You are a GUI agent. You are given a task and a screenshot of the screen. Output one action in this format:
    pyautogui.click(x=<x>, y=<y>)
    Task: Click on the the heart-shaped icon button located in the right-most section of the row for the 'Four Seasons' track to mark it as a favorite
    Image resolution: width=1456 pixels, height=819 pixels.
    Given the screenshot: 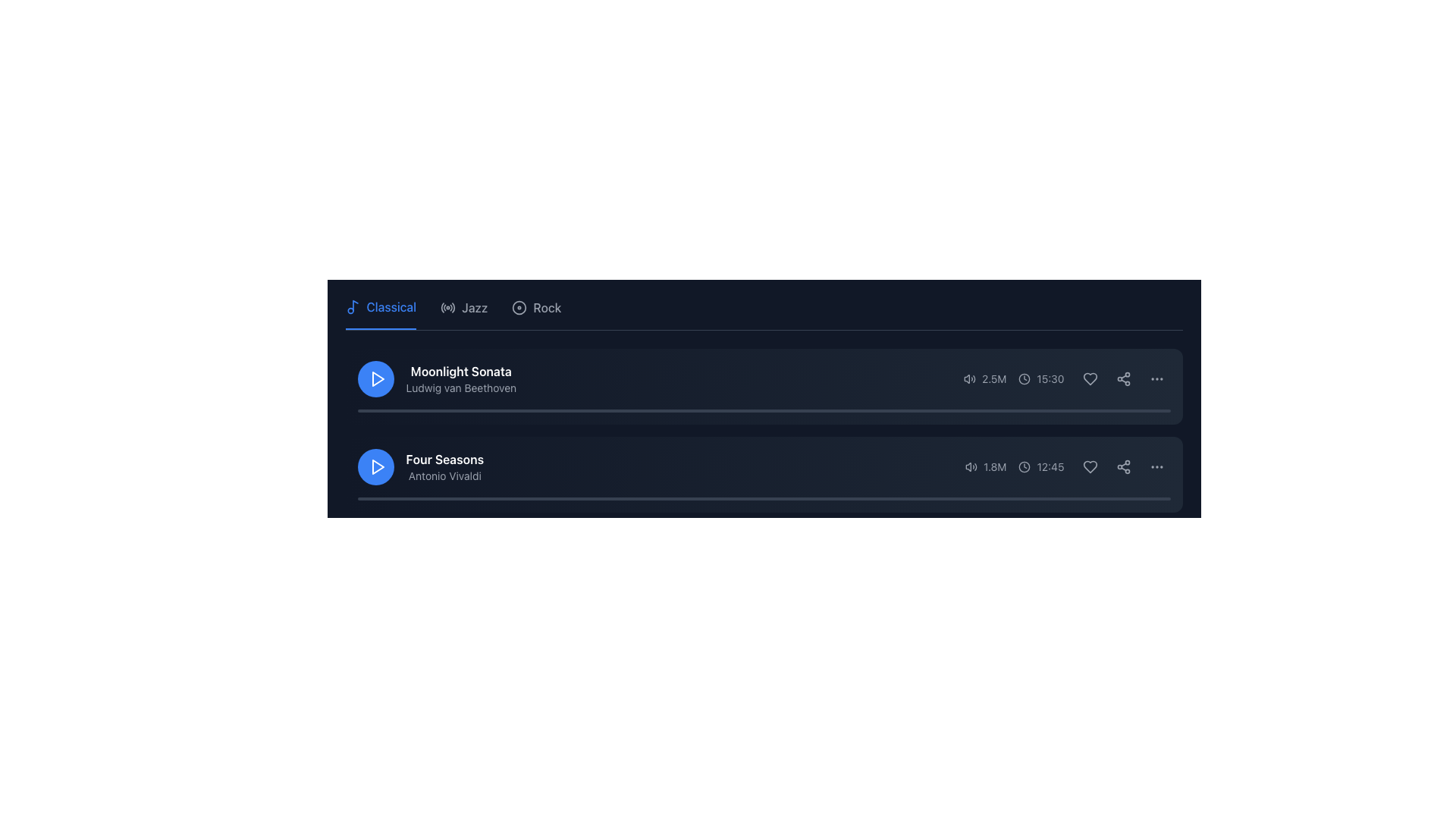 What is the action you would take?
    pyautogui.click(x=1089, y=466)
    